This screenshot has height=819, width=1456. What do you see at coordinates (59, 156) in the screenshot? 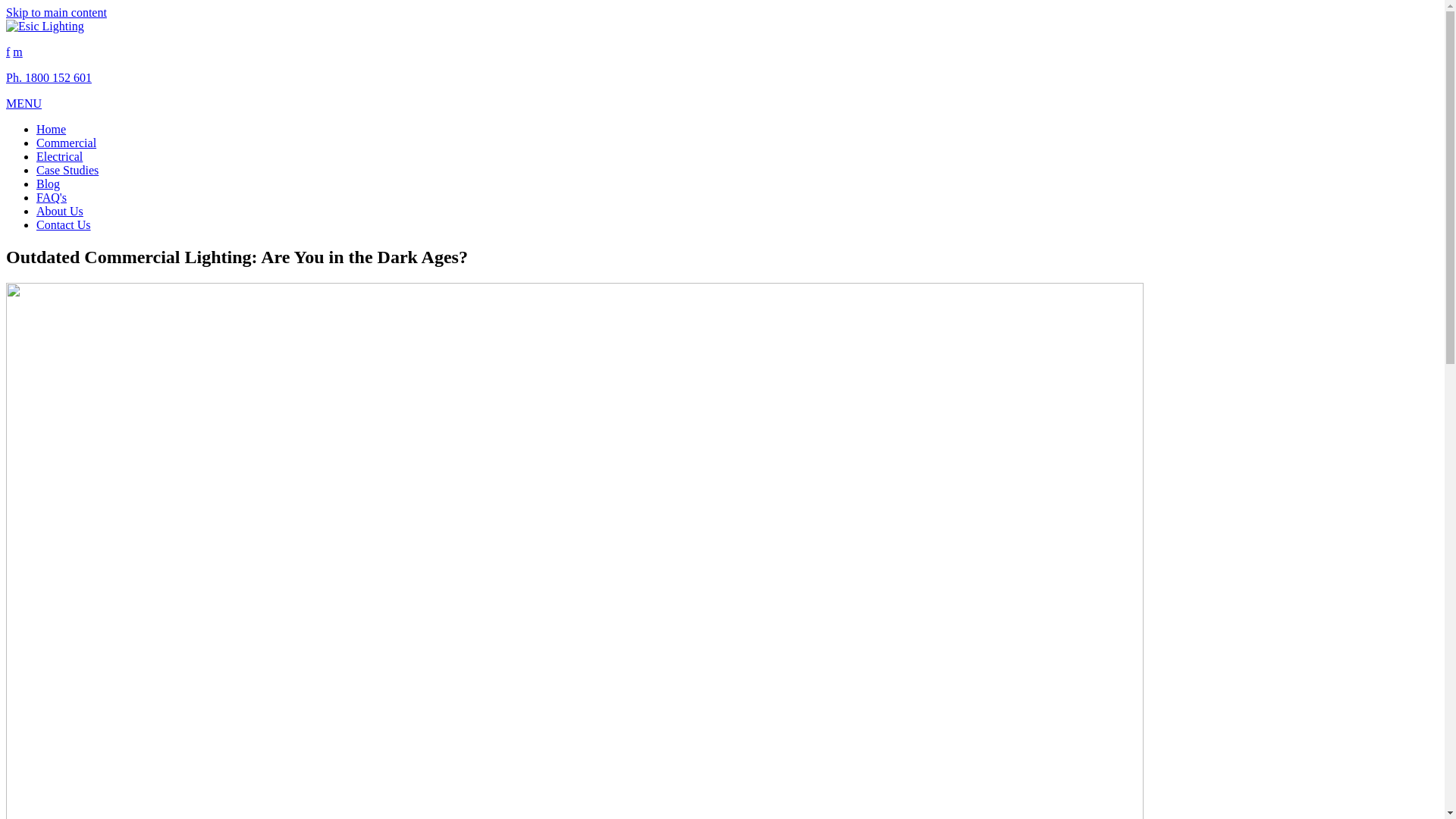
I see `'Electrical'` at bounding box center [59, 156].